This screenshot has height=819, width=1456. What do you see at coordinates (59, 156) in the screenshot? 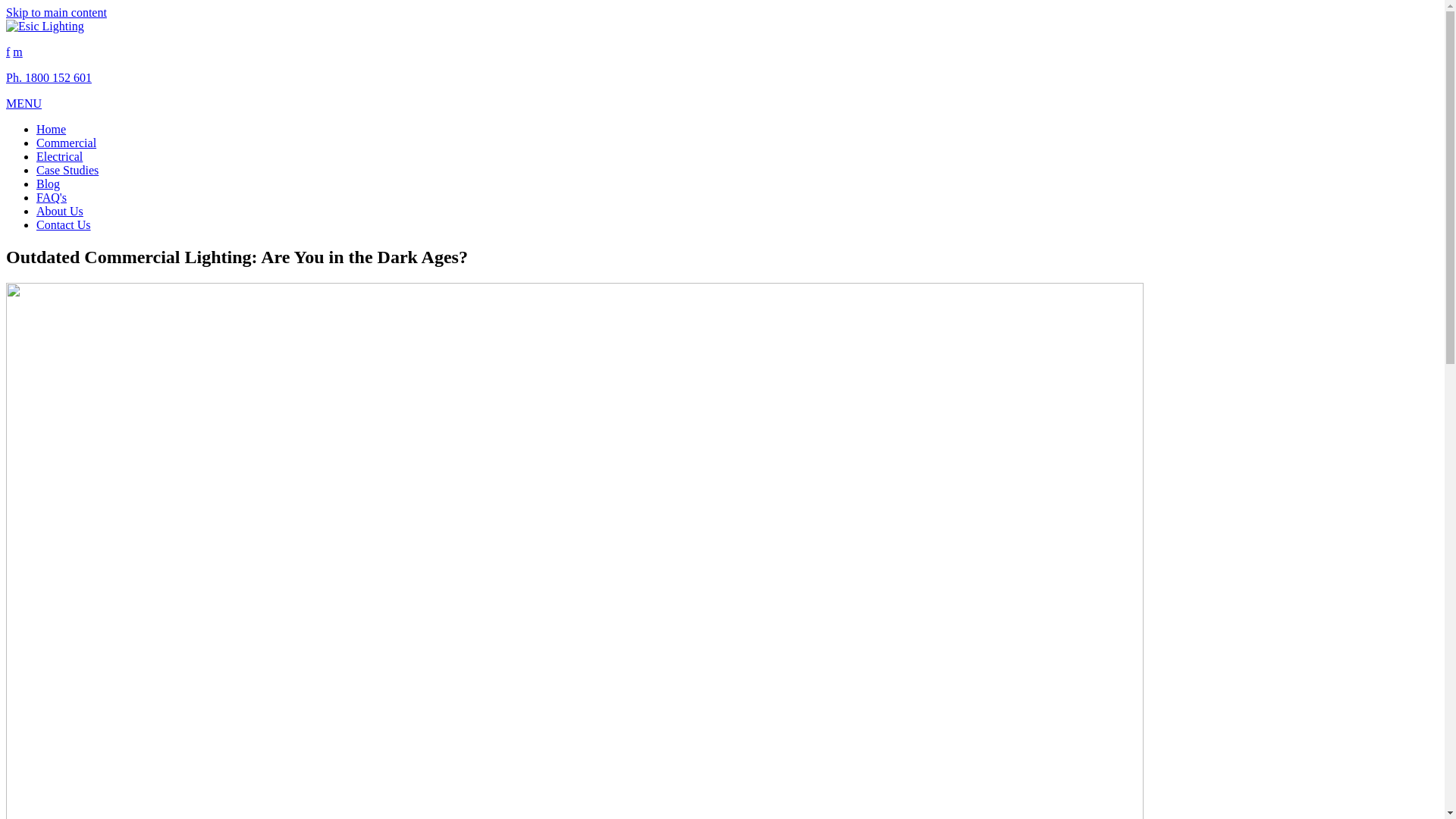
I see `'Electrical'` at bounding box center [59, 156].